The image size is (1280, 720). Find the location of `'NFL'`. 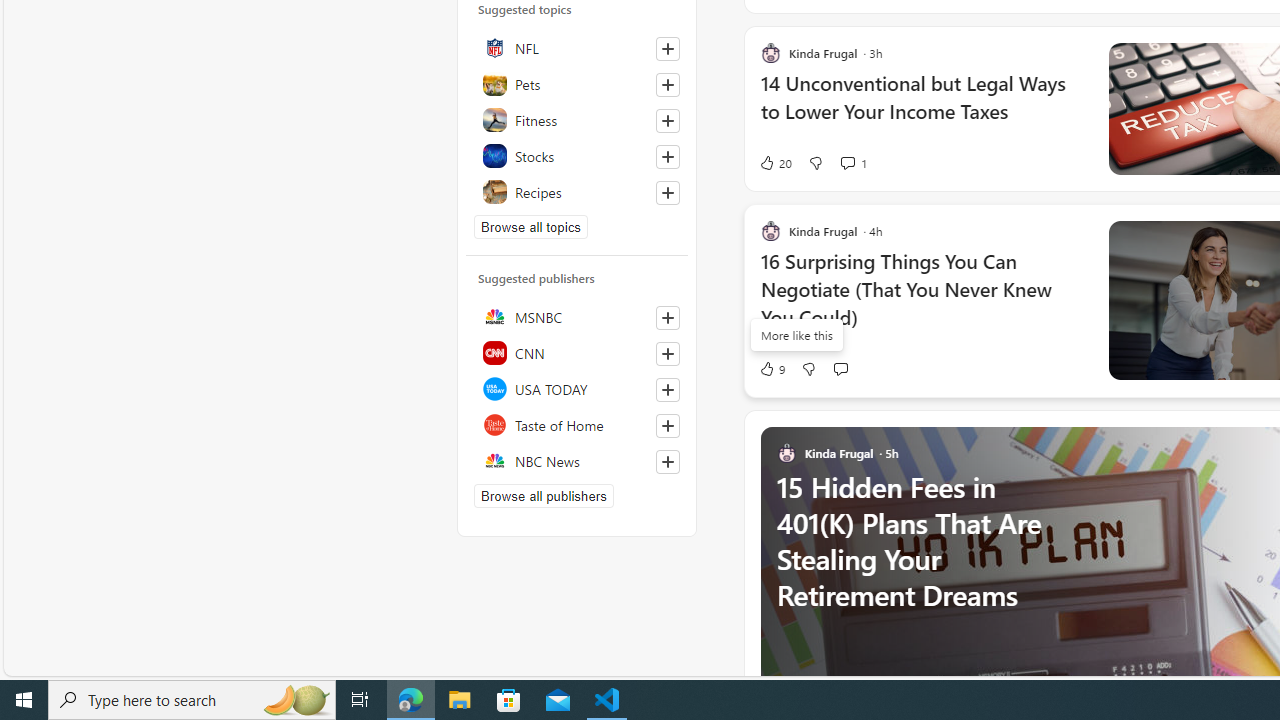

'NFL' is located at coordinates (576, 46).